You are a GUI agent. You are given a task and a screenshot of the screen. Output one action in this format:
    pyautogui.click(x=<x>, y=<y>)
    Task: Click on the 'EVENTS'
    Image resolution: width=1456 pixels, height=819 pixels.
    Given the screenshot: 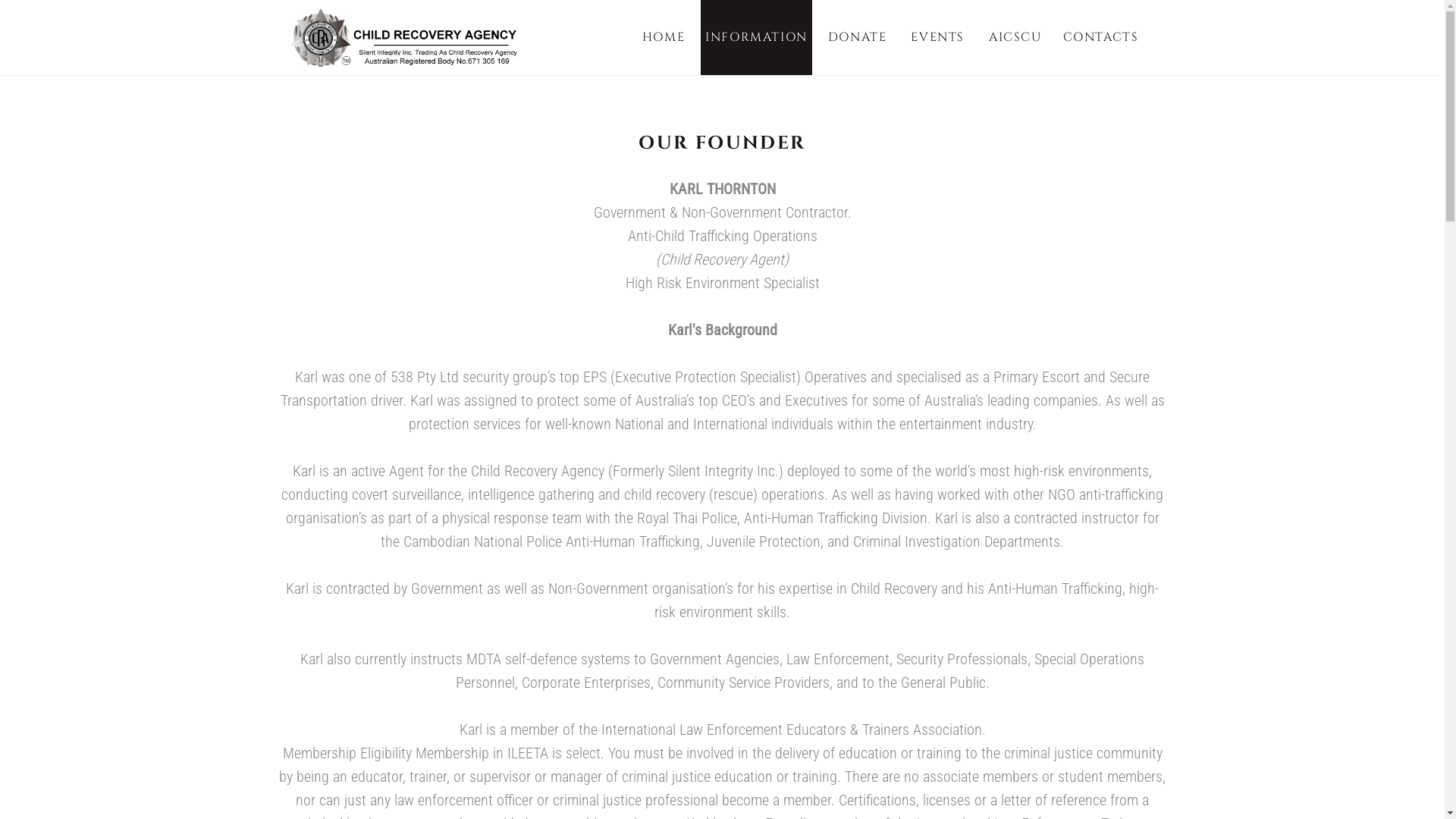 What is the action you would take?
    pyautogui.click(x=937, y=36)
    